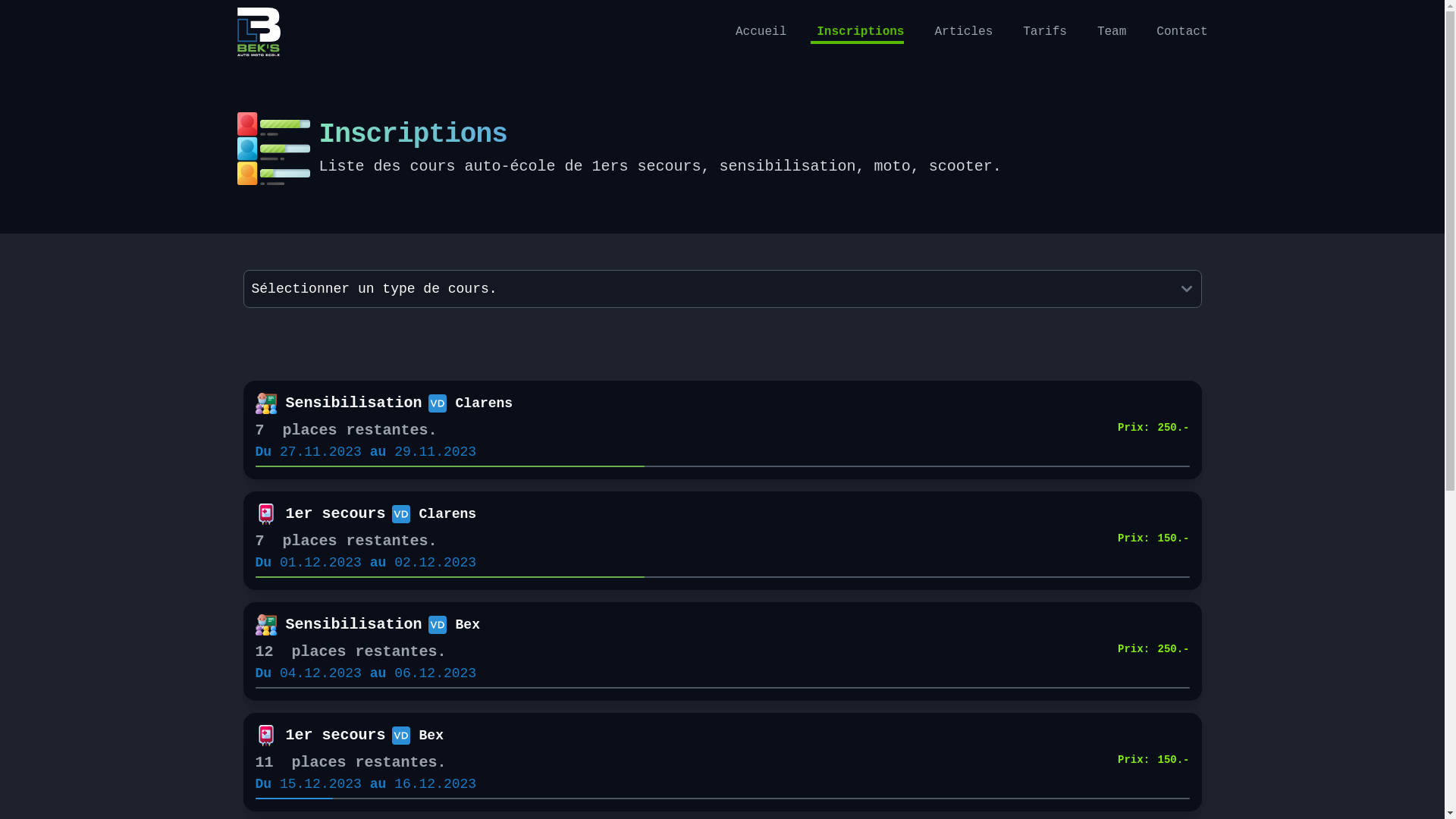 Image resolution: width=1456 pixels, height=819 pixels. I want to click on 'Articles', so click(959, 30).